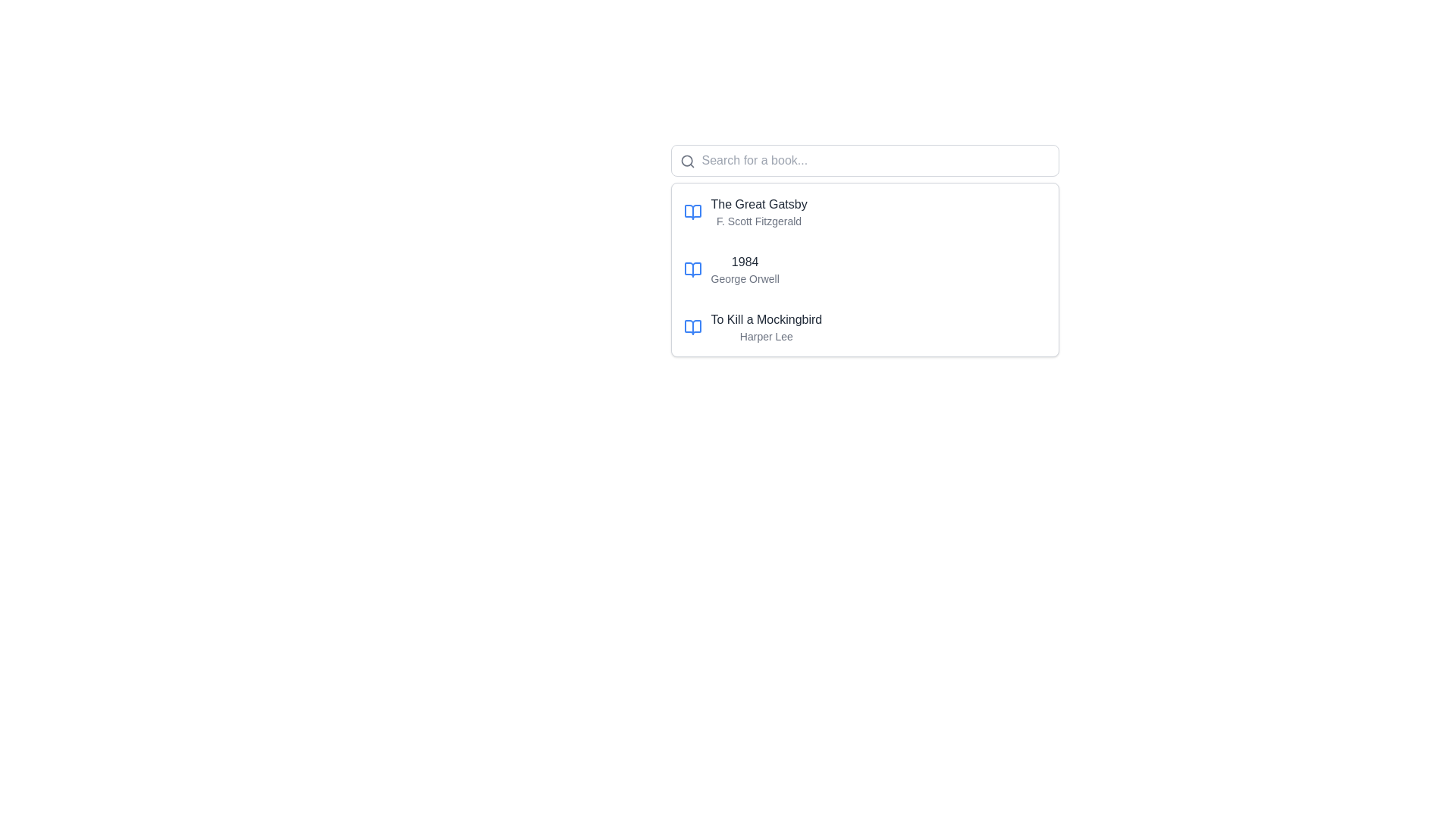 Image resolution: width=1456 pixels, height=819 pixels. What do you see at coordinates (692, 212) in the screenshot?
I see `the icon representing the book title 'The Great Gatsby' and author 'F. Scott Fitzgerald'` at bounding box center [692, 212].